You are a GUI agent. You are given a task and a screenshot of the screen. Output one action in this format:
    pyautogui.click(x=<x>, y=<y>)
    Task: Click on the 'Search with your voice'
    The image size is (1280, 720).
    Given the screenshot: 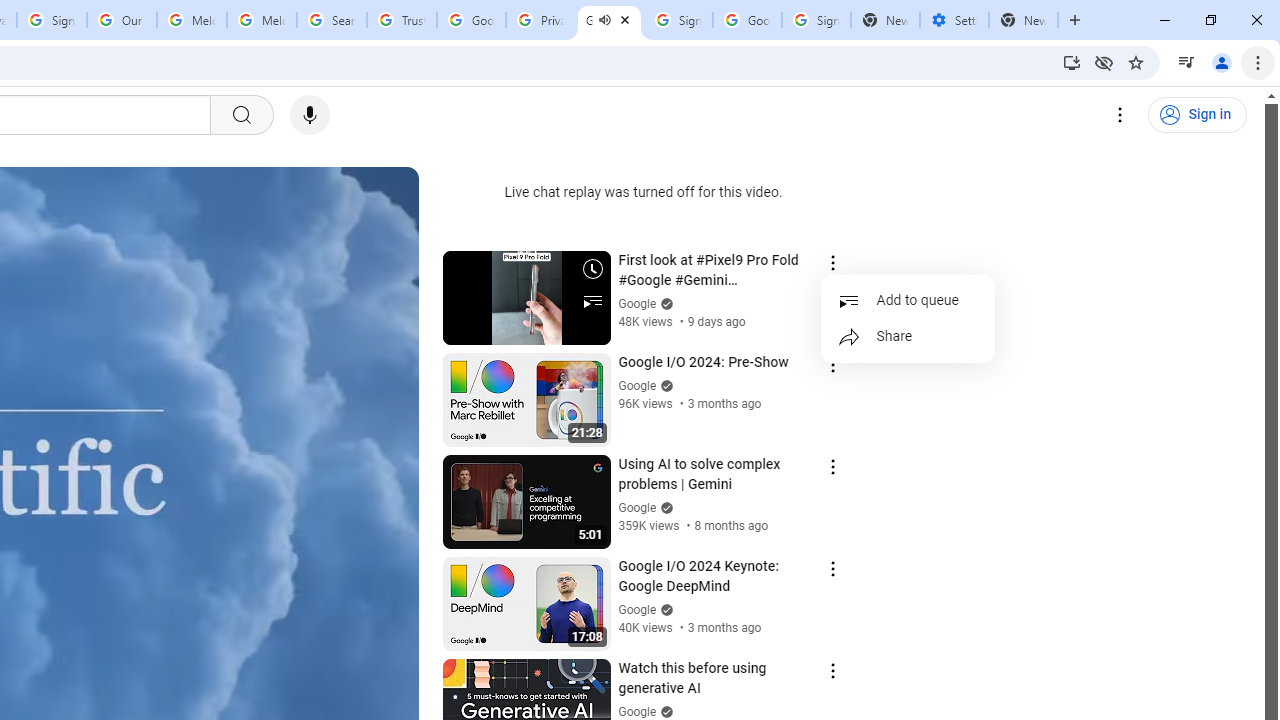 What is the action you would take?
    pyautogui.click(x=308, y=115)
    